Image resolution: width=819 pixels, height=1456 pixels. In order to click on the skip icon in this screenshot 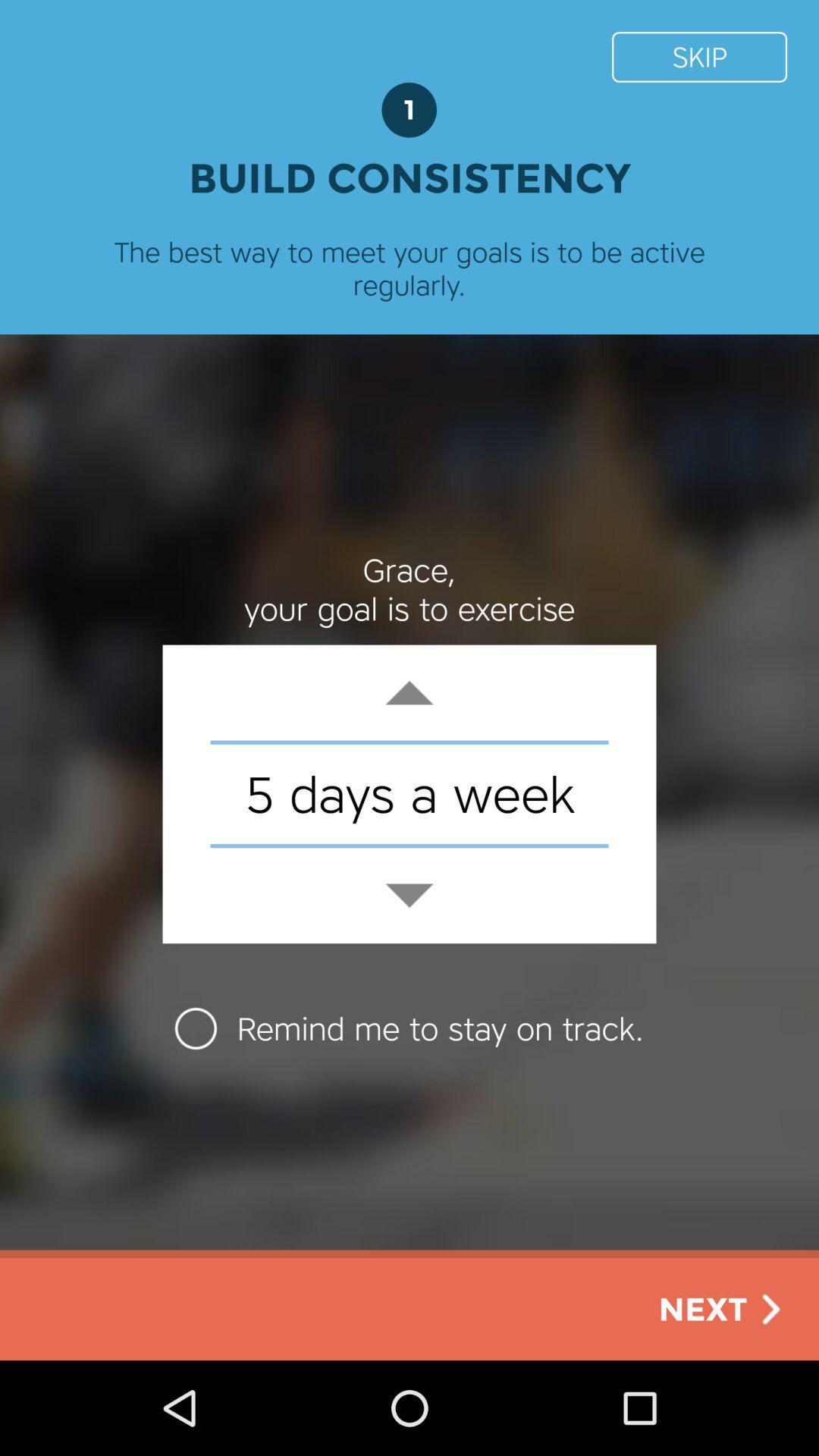, I will do `click(699, 57)`.